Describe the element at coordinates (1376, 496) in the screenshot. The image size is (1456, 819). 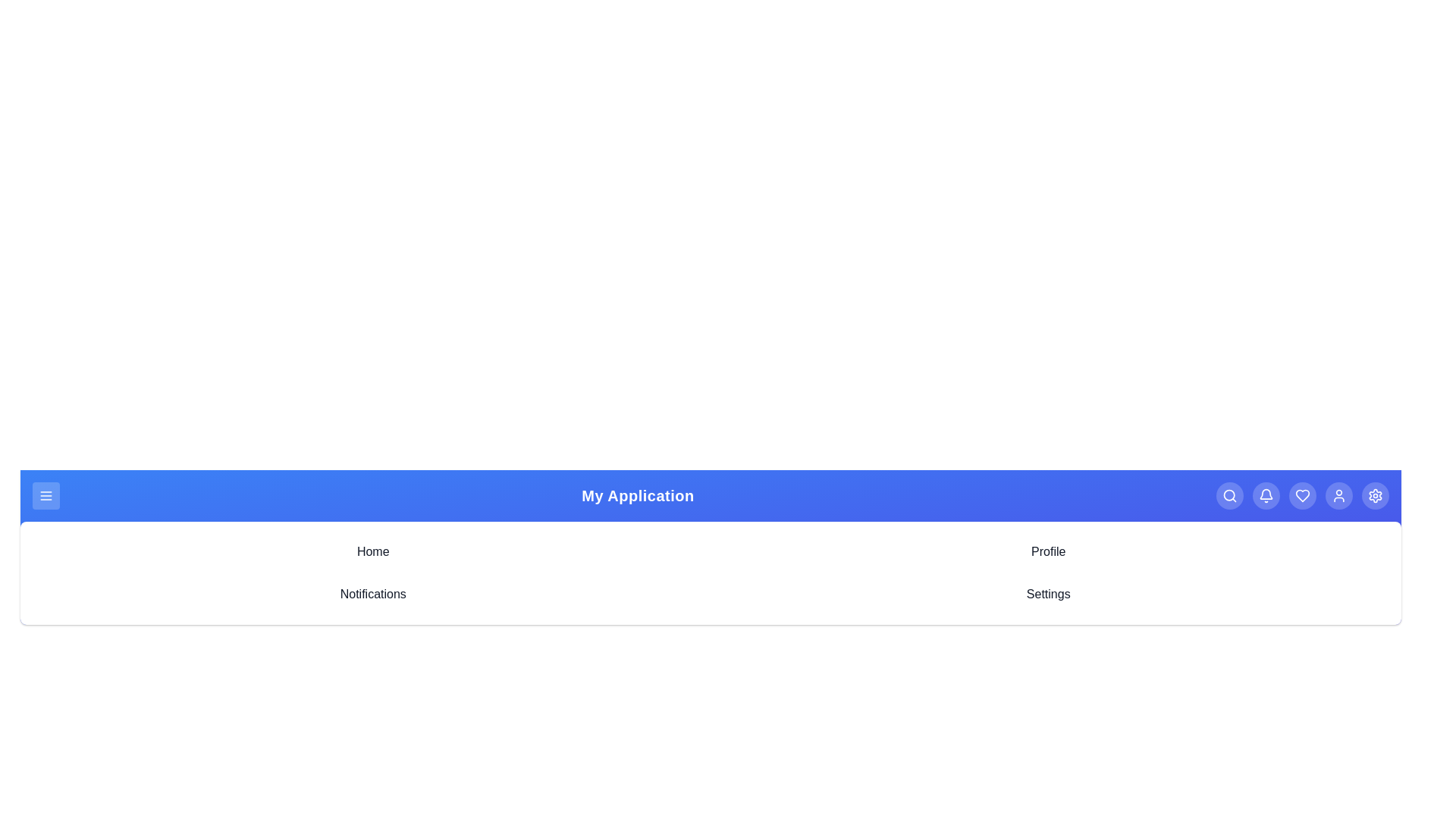
I see `the 'Settings' button in the menu` at that location.